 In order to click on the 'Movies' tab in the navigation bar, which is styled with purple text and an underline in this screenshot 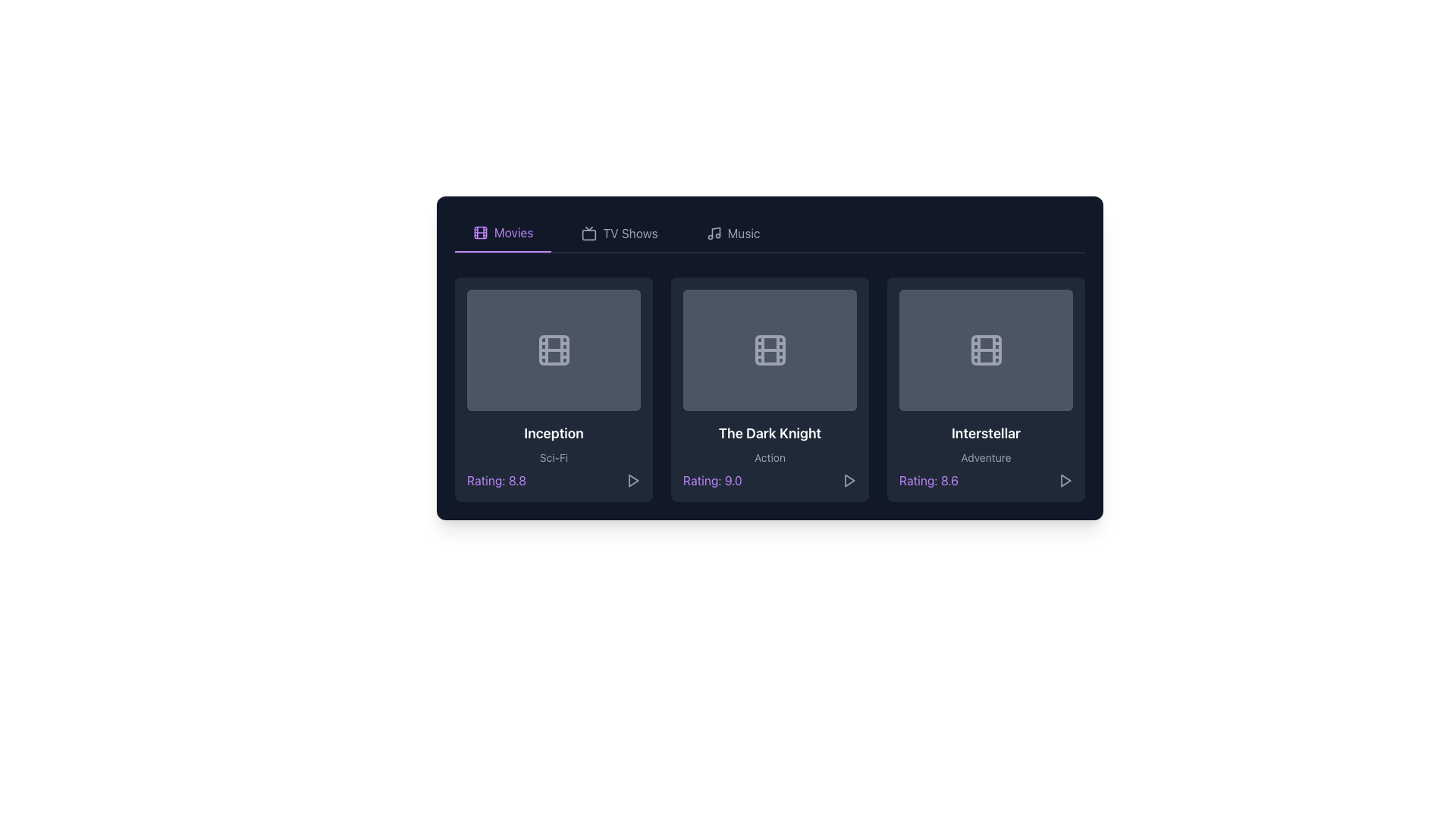, I will do `click(503, 234)`.